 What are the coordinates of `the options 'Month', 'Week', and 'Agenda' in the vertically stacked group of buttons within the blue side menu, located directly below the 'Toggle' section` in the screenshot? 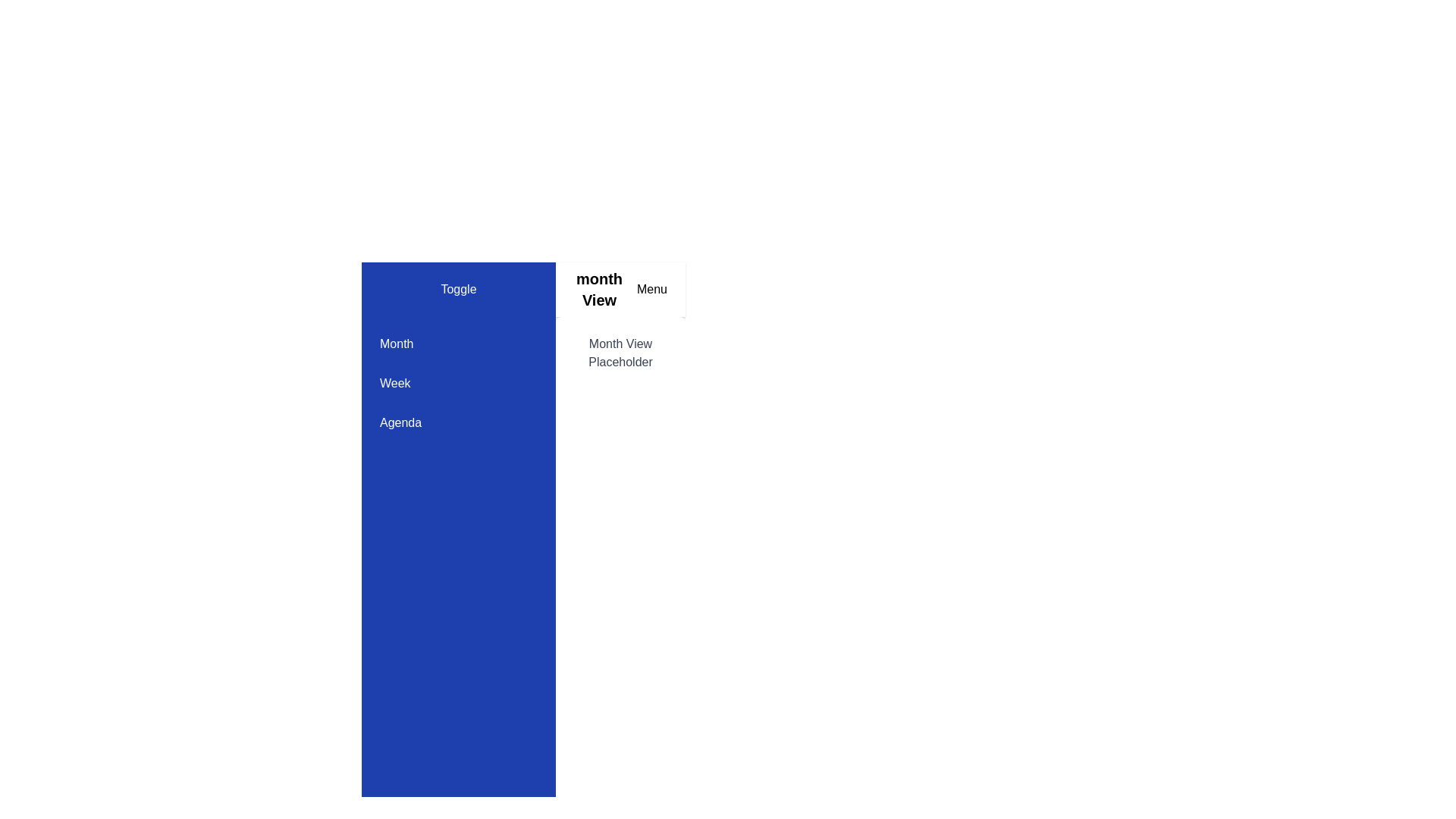 It's located at (457, 382).